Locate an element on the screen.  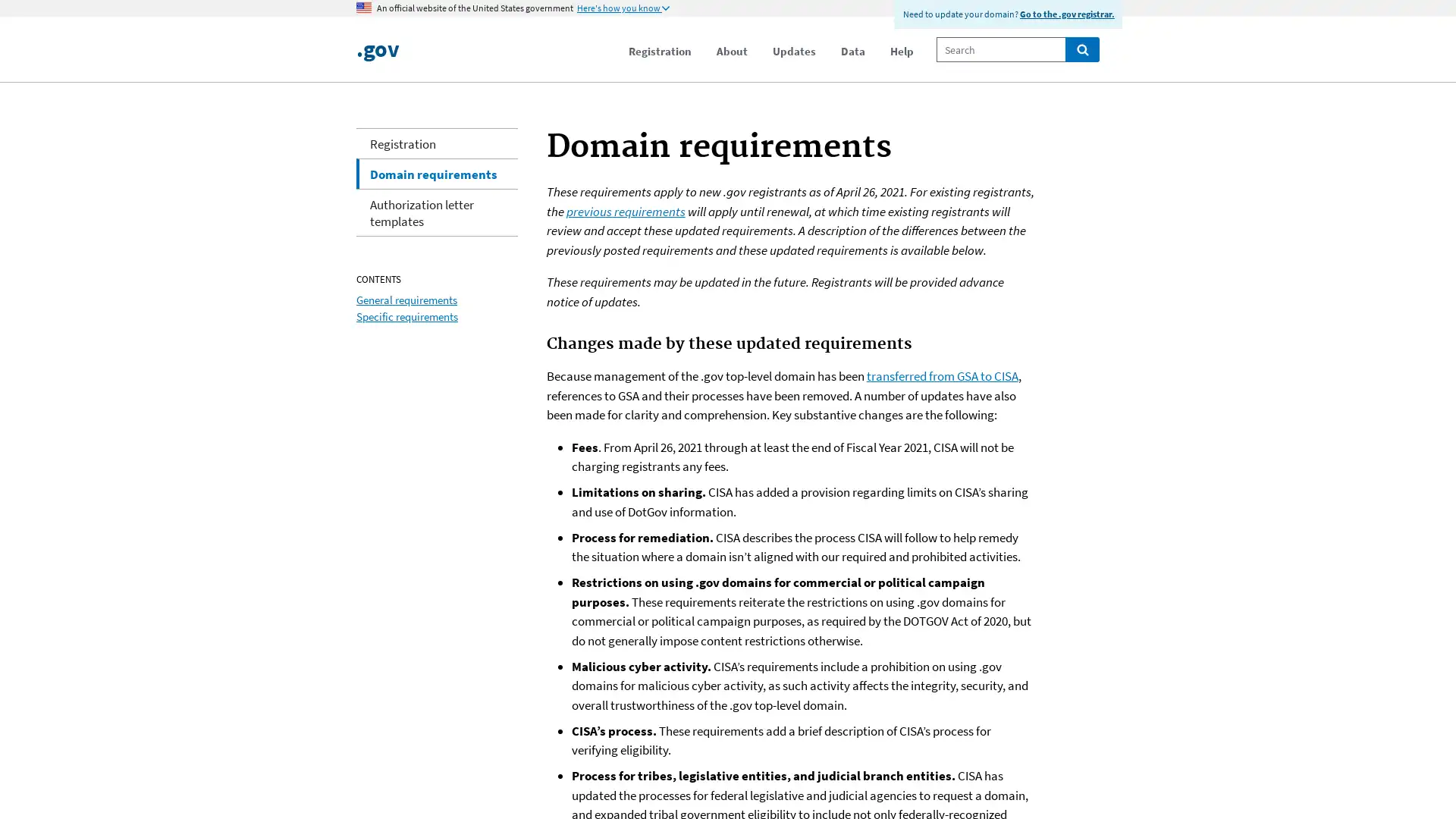
Here's how you know is located at coordinates (623, 8).